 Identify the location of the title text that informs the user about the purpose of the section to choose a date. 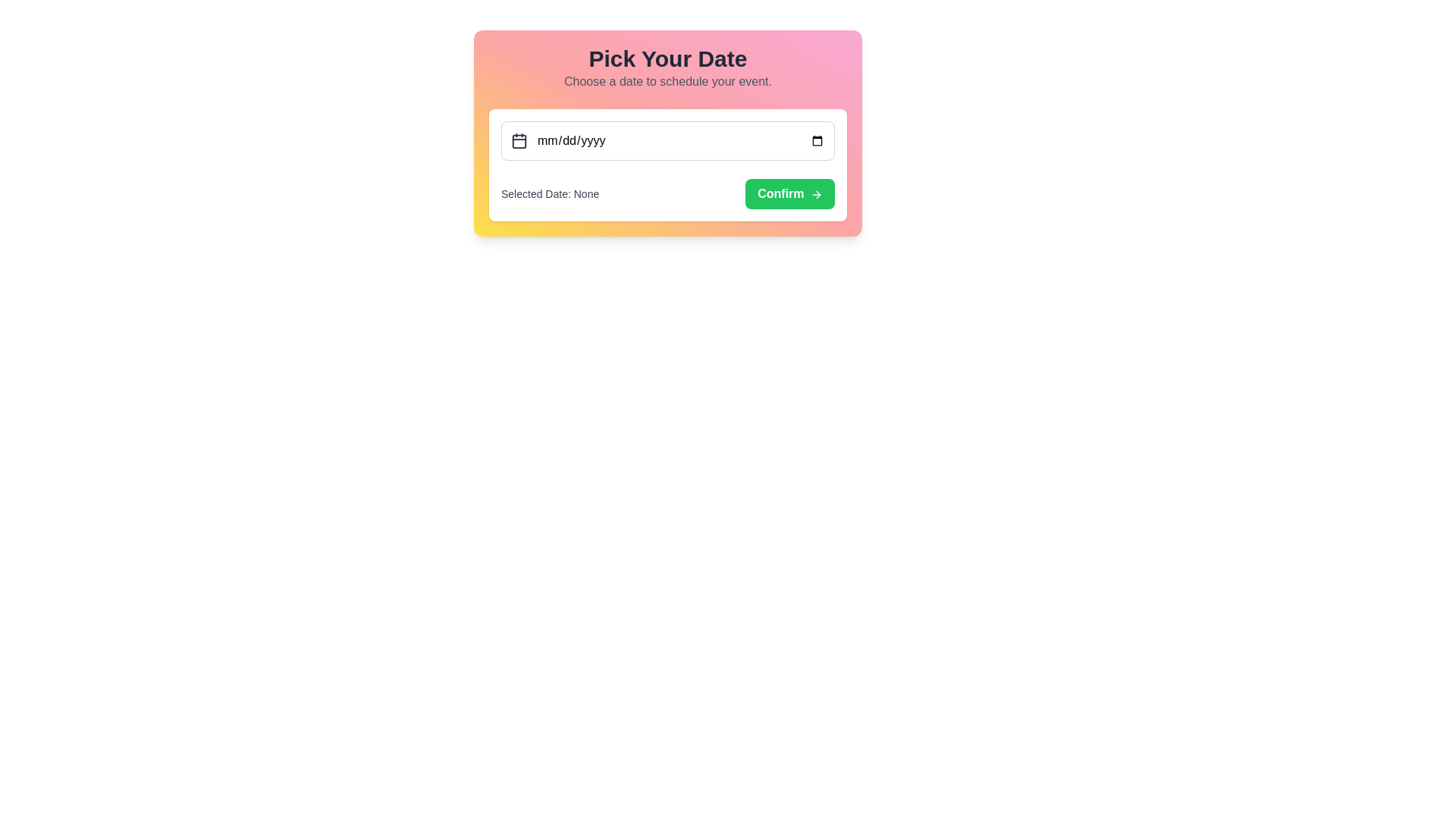
(667, 58).